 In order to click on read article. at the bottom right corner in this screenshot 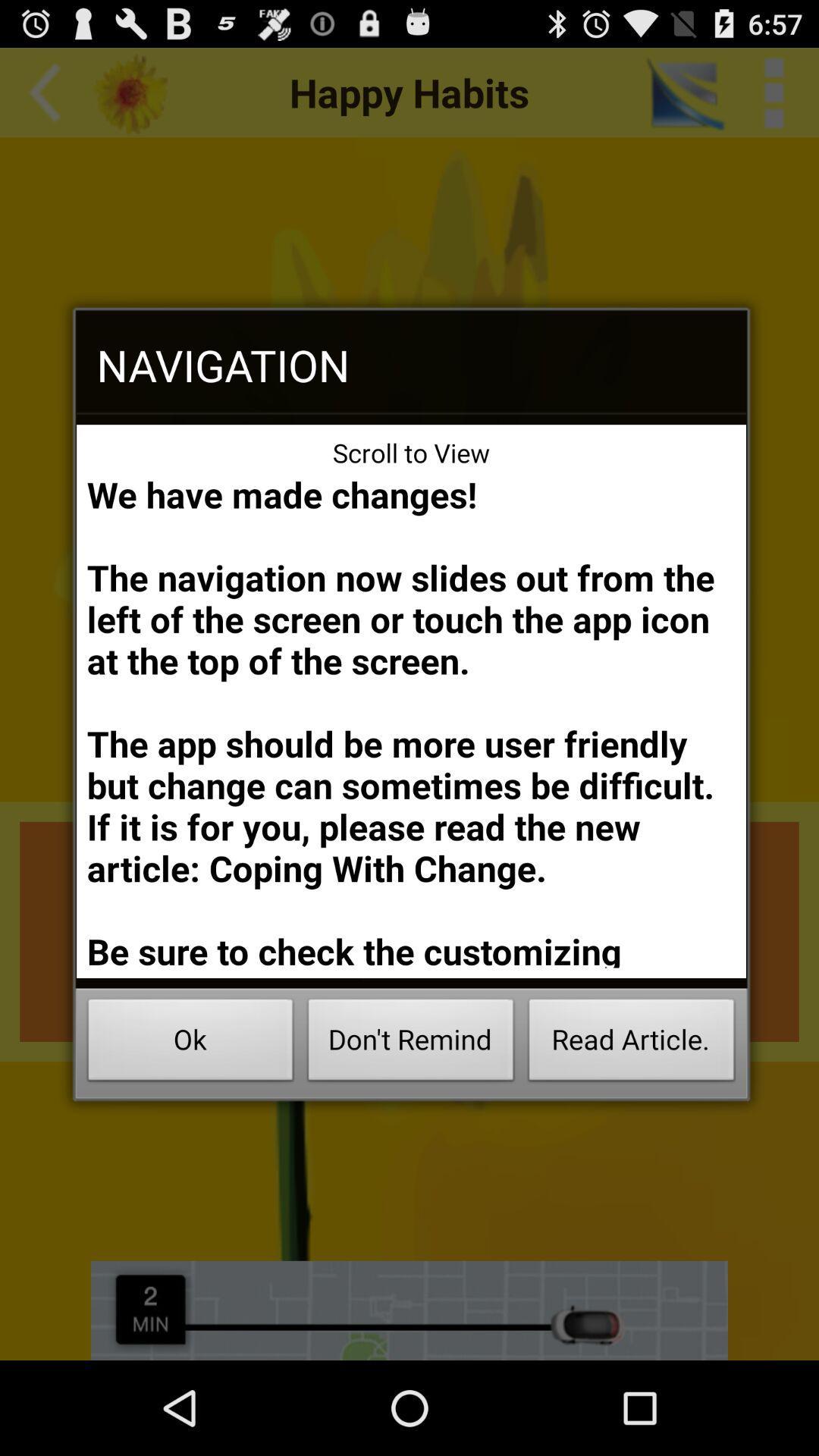, I will do `click(632, 1043)`.